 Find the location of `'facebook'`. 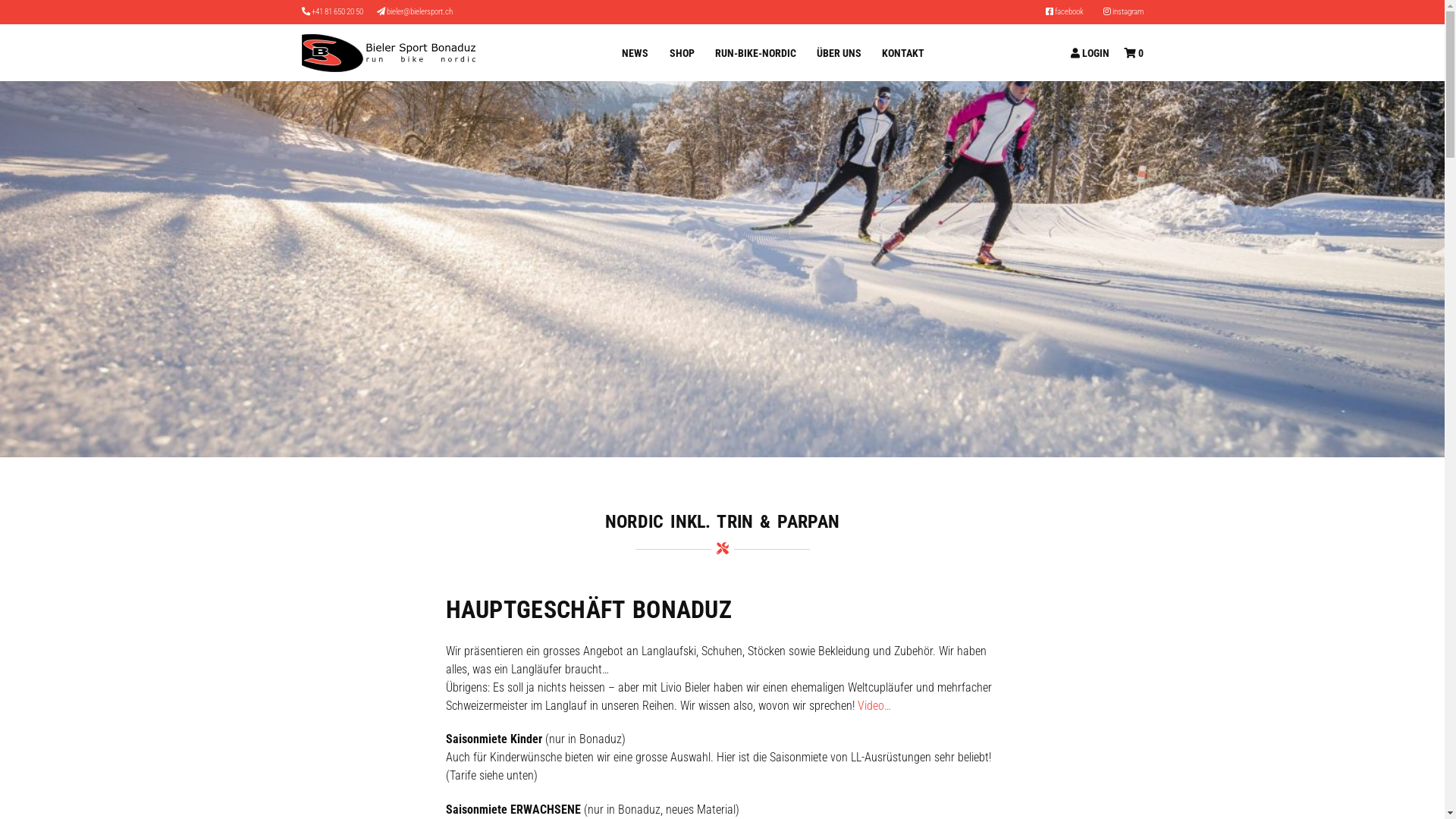

'facebook' is located at coordinates (1062, 11).